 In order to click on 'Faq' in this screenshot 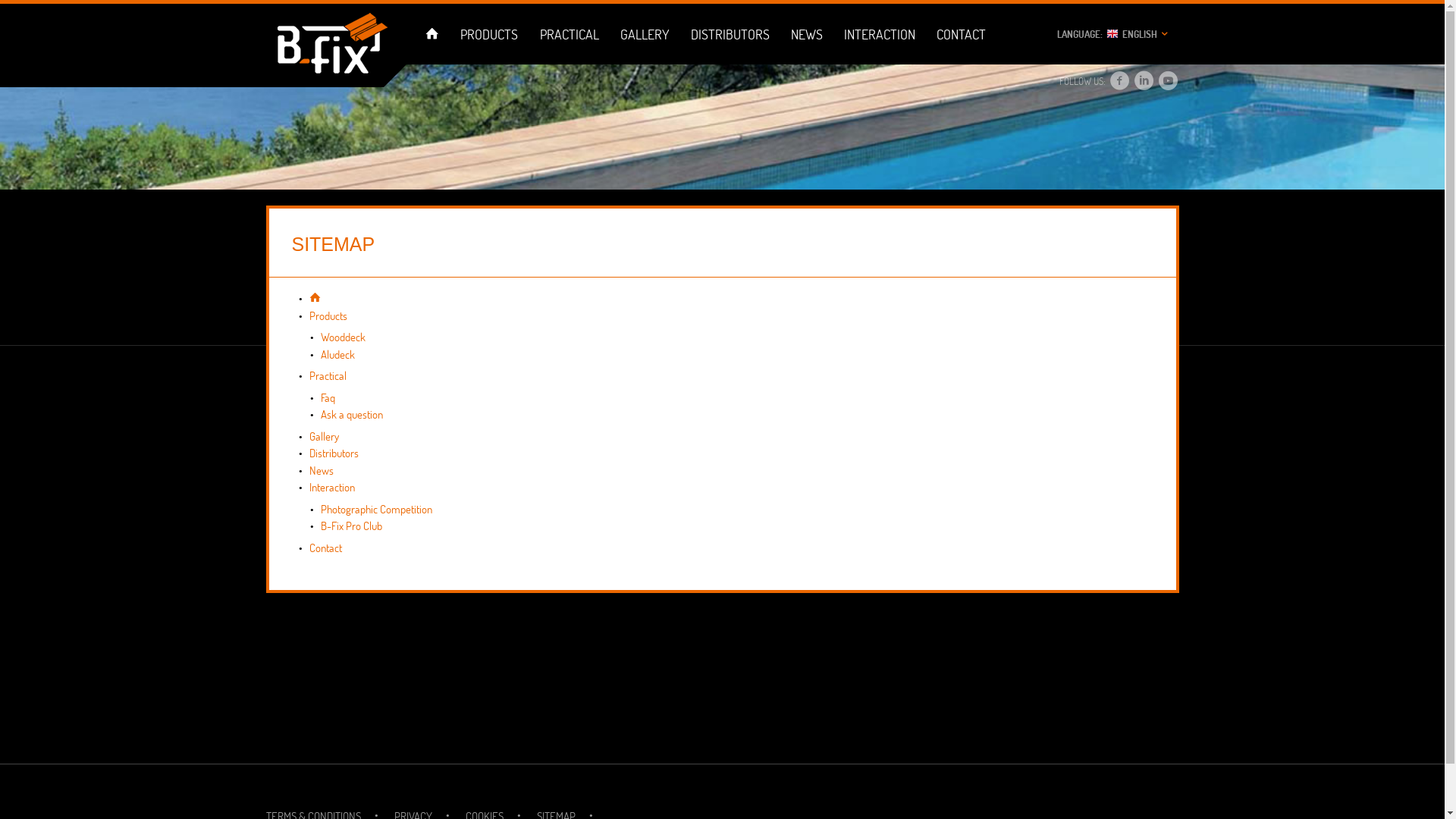, I will do `click(326, 397)`.